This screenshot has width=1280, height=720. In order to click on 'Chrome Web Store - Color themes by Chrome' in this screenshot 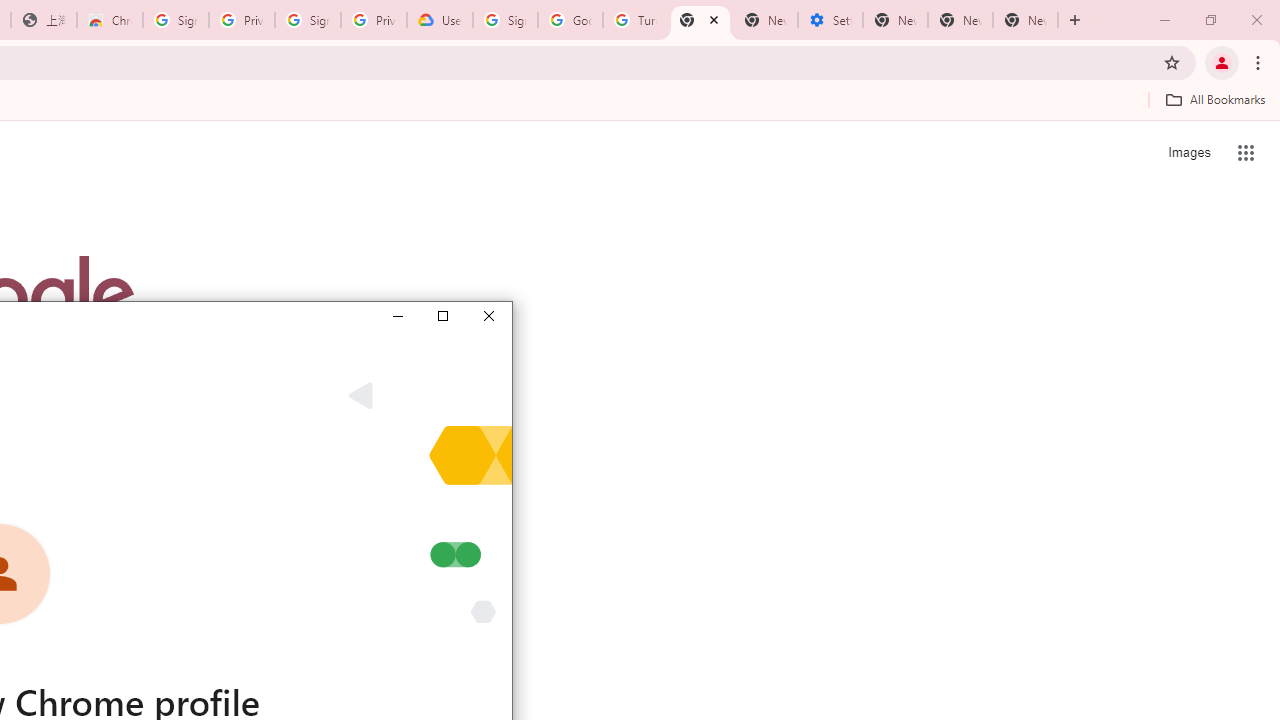, I will do `click(109, 20)`.